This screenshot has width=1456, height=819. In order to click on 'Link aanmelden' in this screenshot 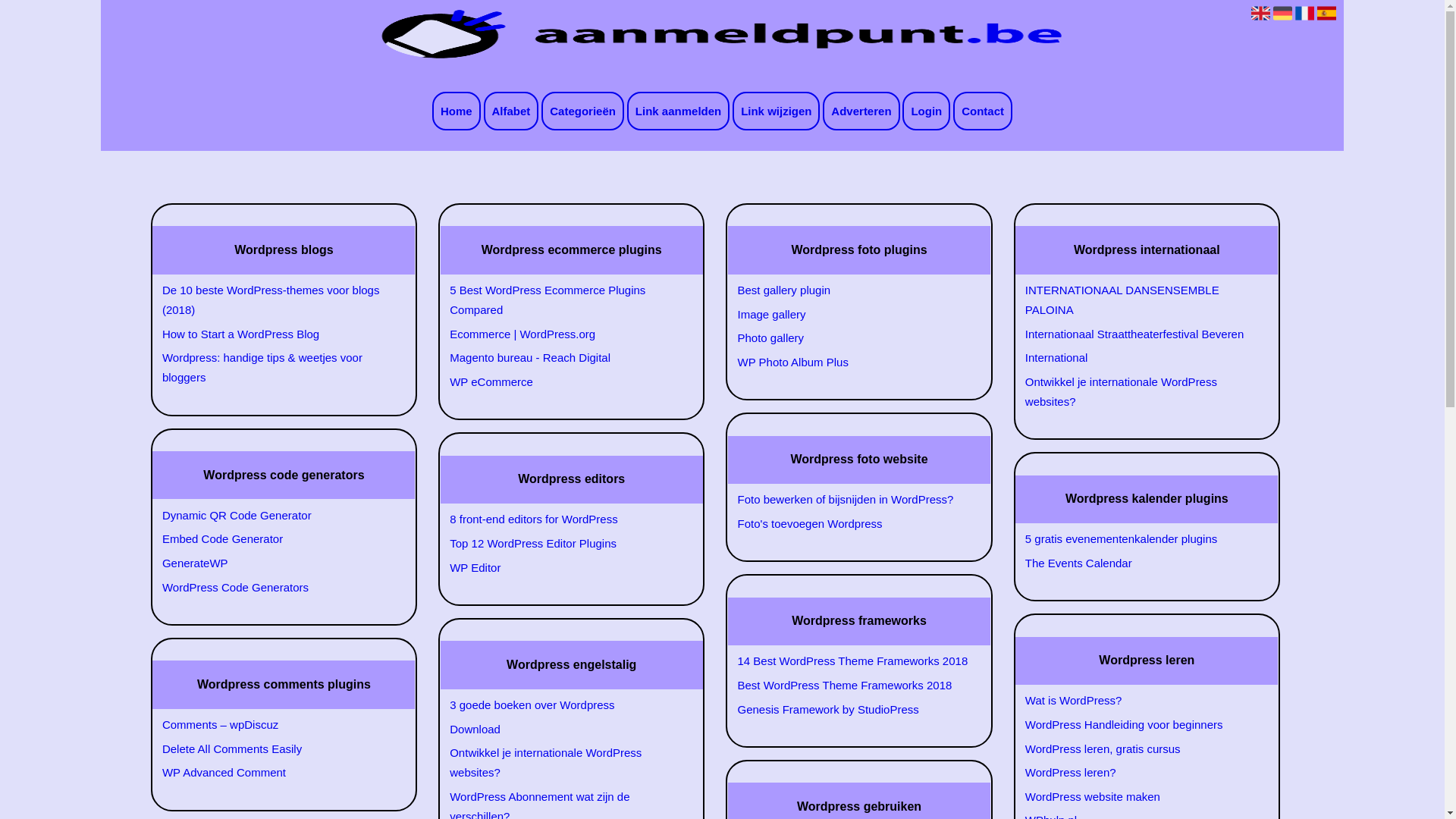, I will do `click(626, 110)`.